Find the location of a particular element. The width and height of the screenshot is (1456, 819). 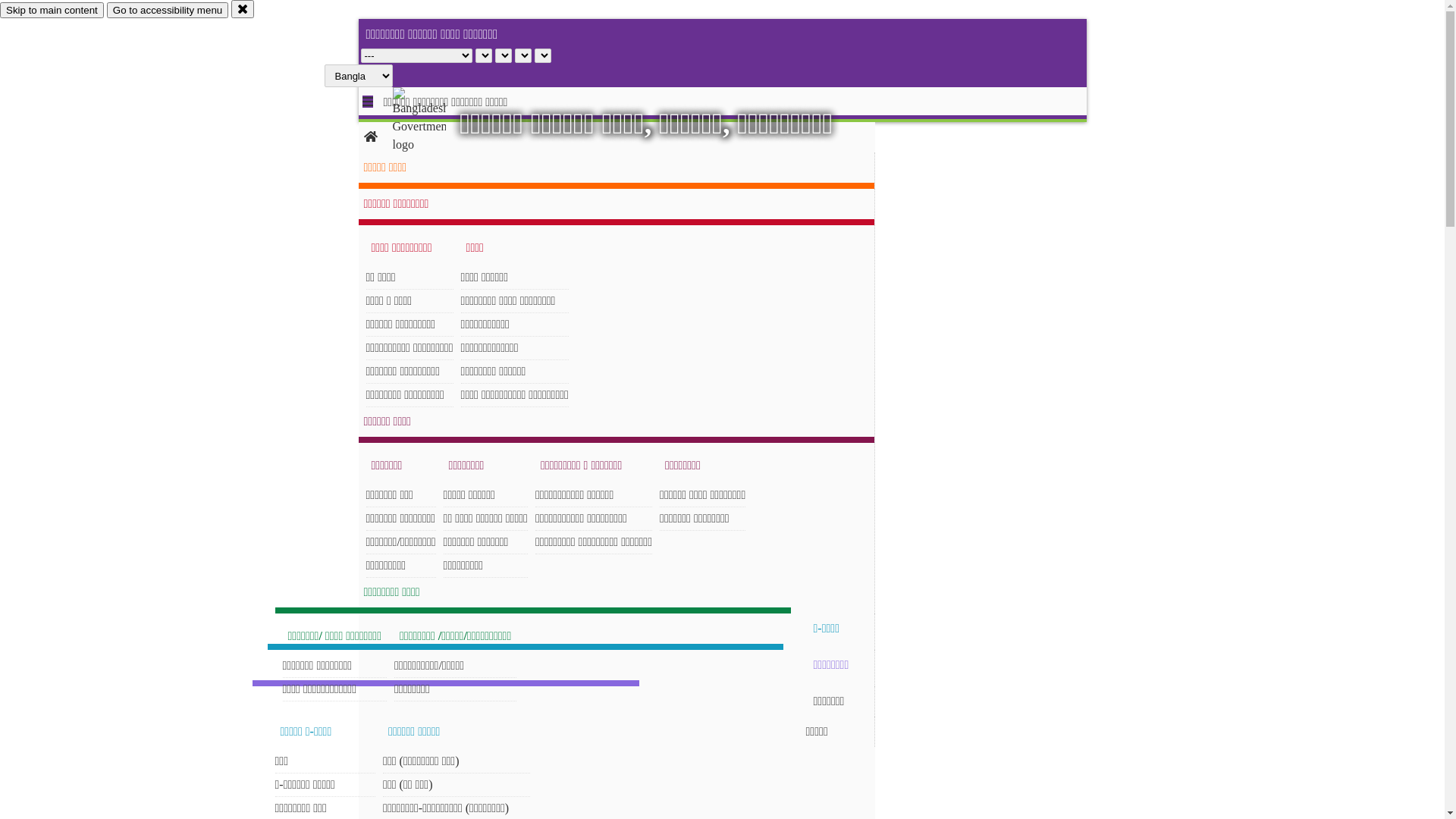

'Go to accessibility menu' is located at coordinates (167, 10).